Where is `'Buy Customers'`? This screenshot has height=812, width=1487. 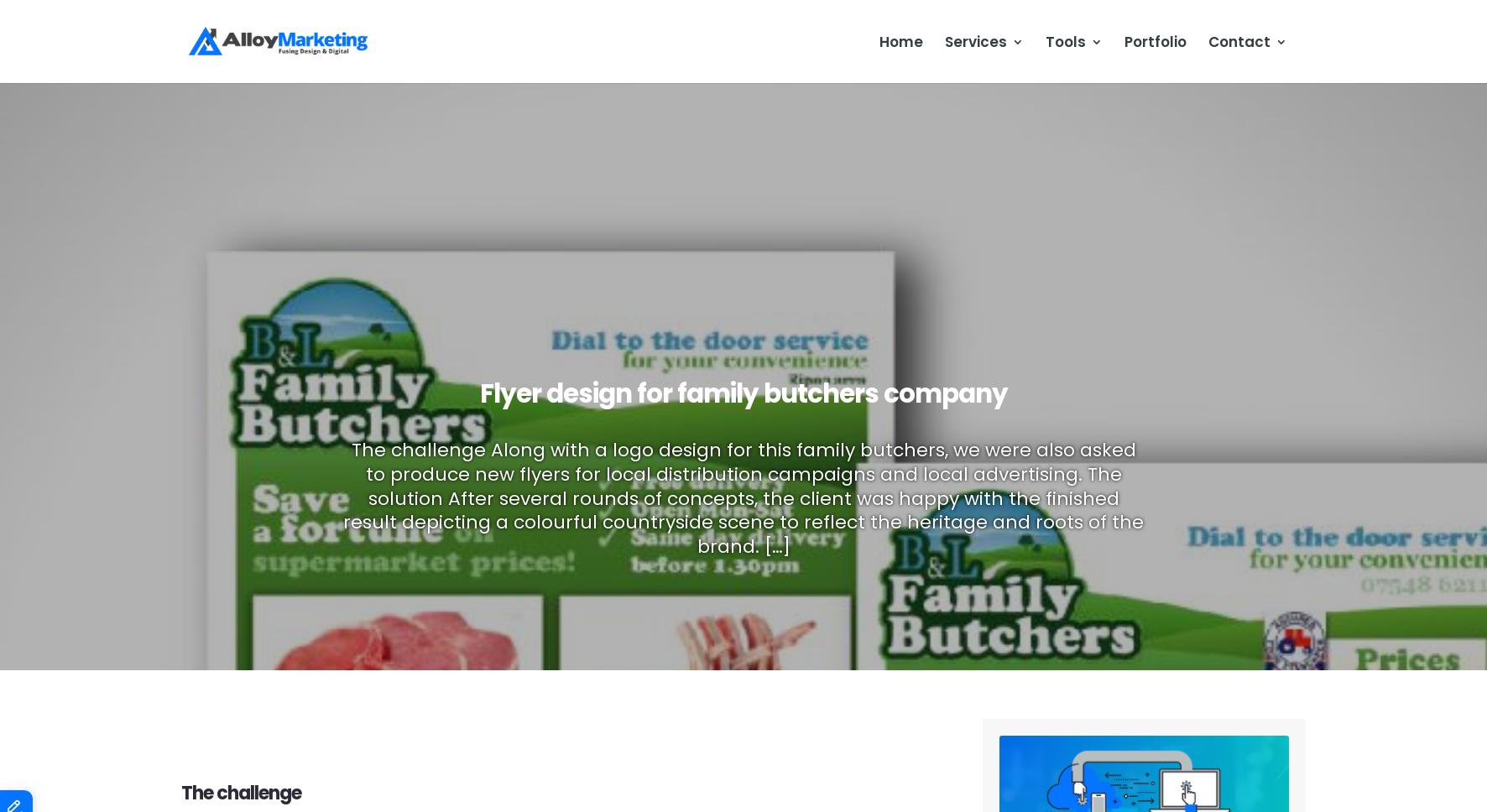
'Buy Customers' is located at coordinates (793, 121).